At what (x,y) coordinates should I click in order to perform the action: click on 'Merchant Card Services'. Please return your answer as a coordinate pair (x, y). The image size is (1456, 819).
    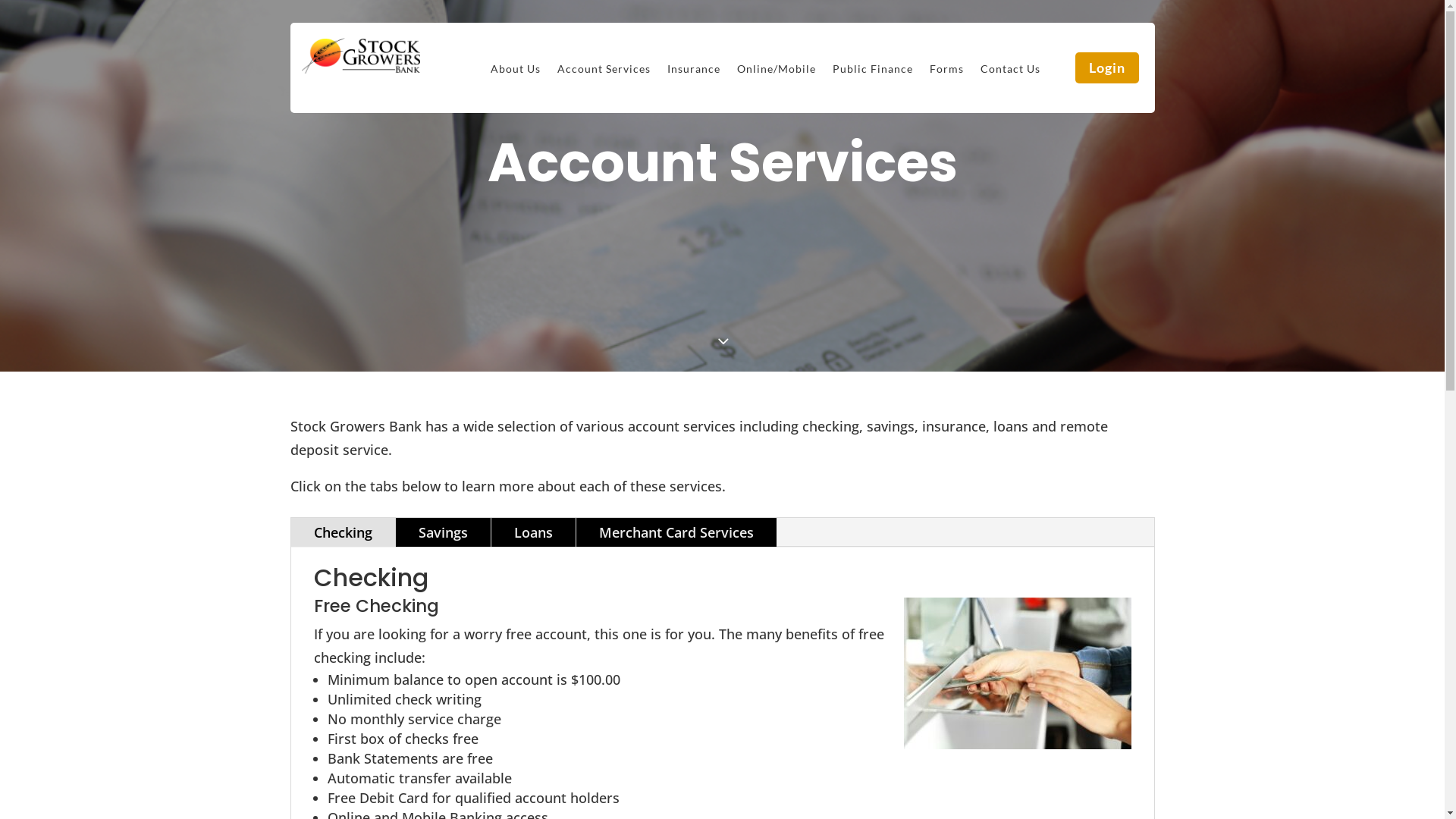
    Looking at the image, I should click on (676, 532).